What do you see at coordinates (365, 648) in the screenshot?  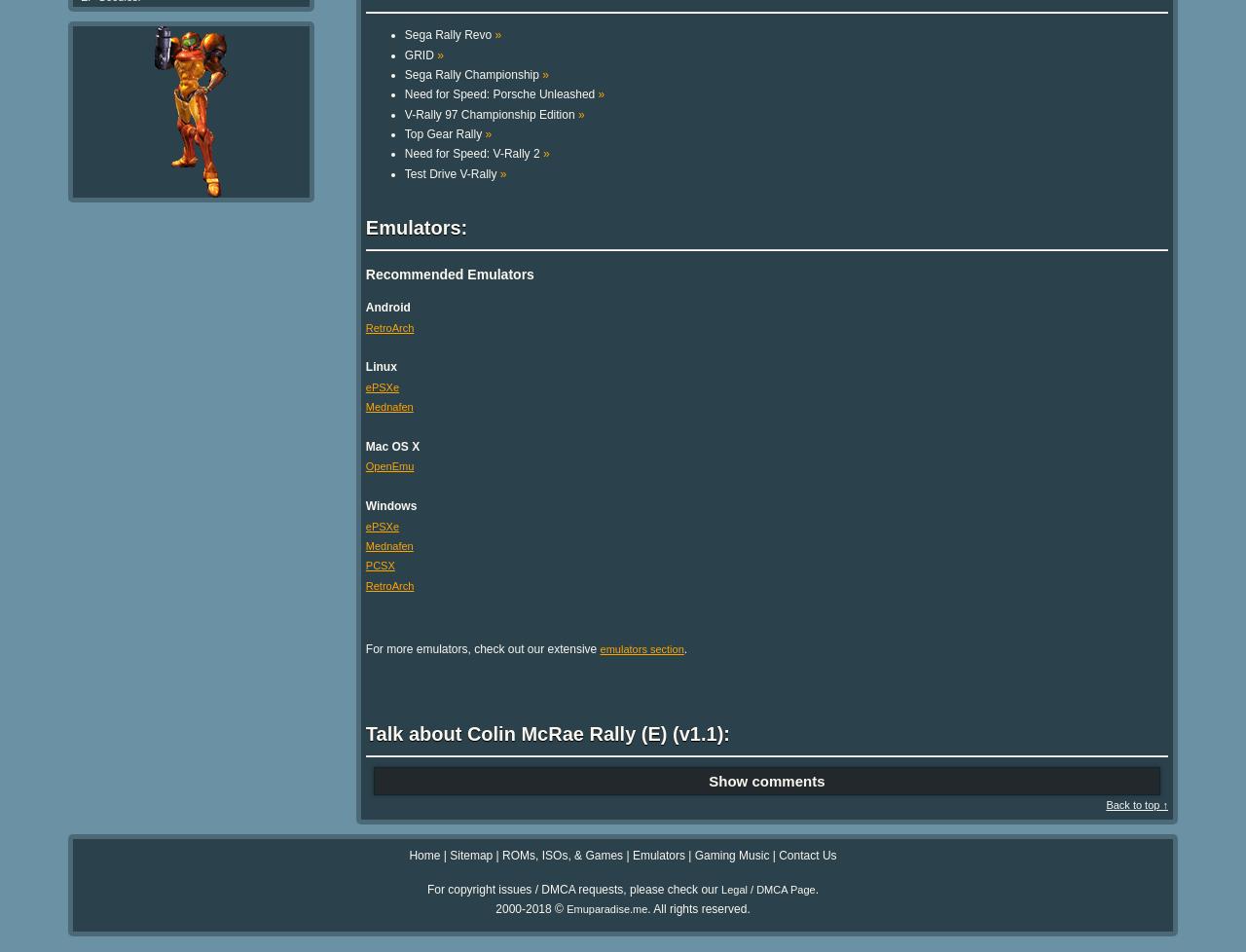 I see `'For more emulators, check out our extensive'` at bounding box center [365, 648].